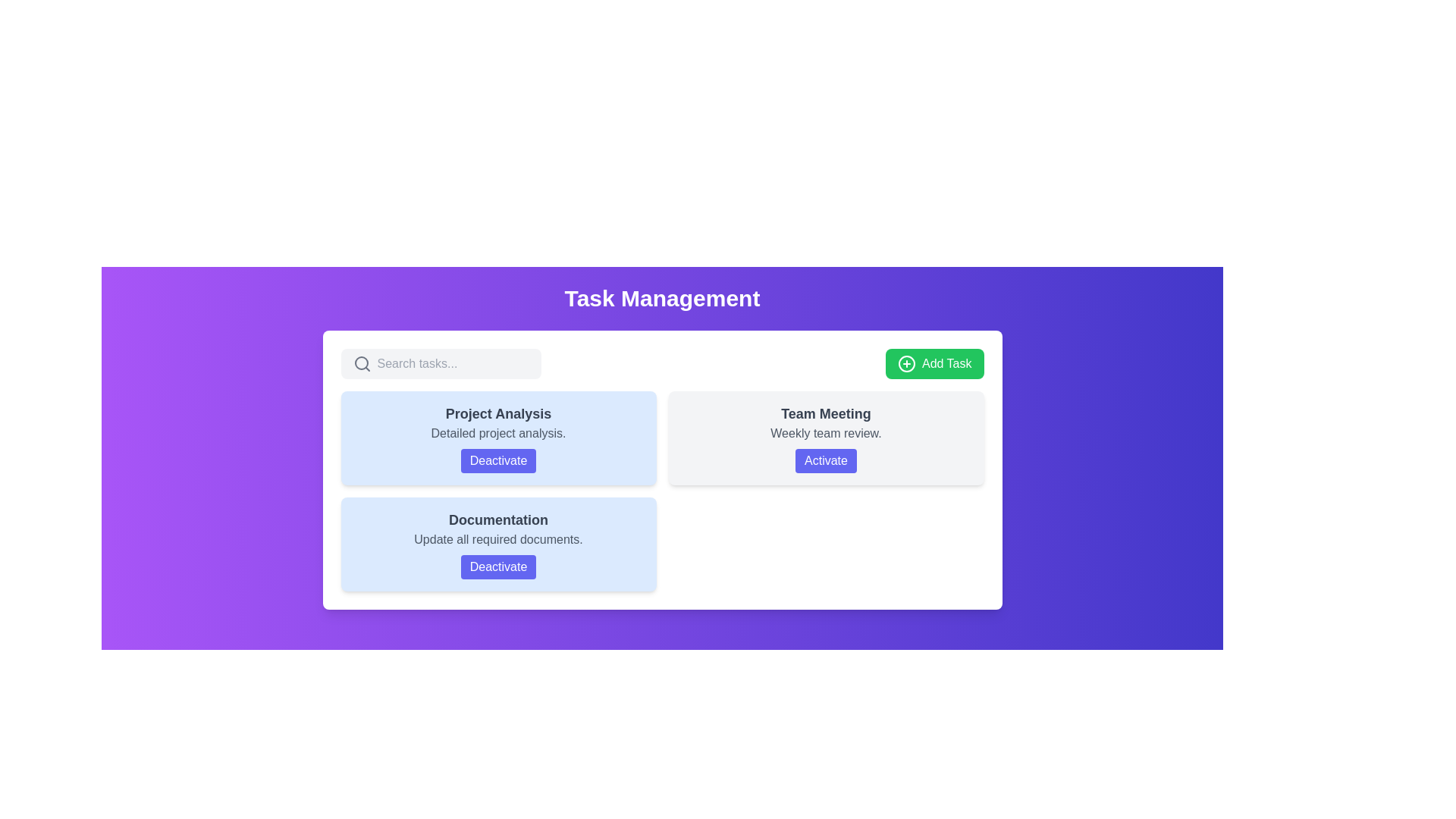 This screenshot has width=1456, height=819. I want to click on the 'Activate' button located within the 'Team Meeting' card element, which is the second item in the grid layout under 'Task Management', so click(825, 438).